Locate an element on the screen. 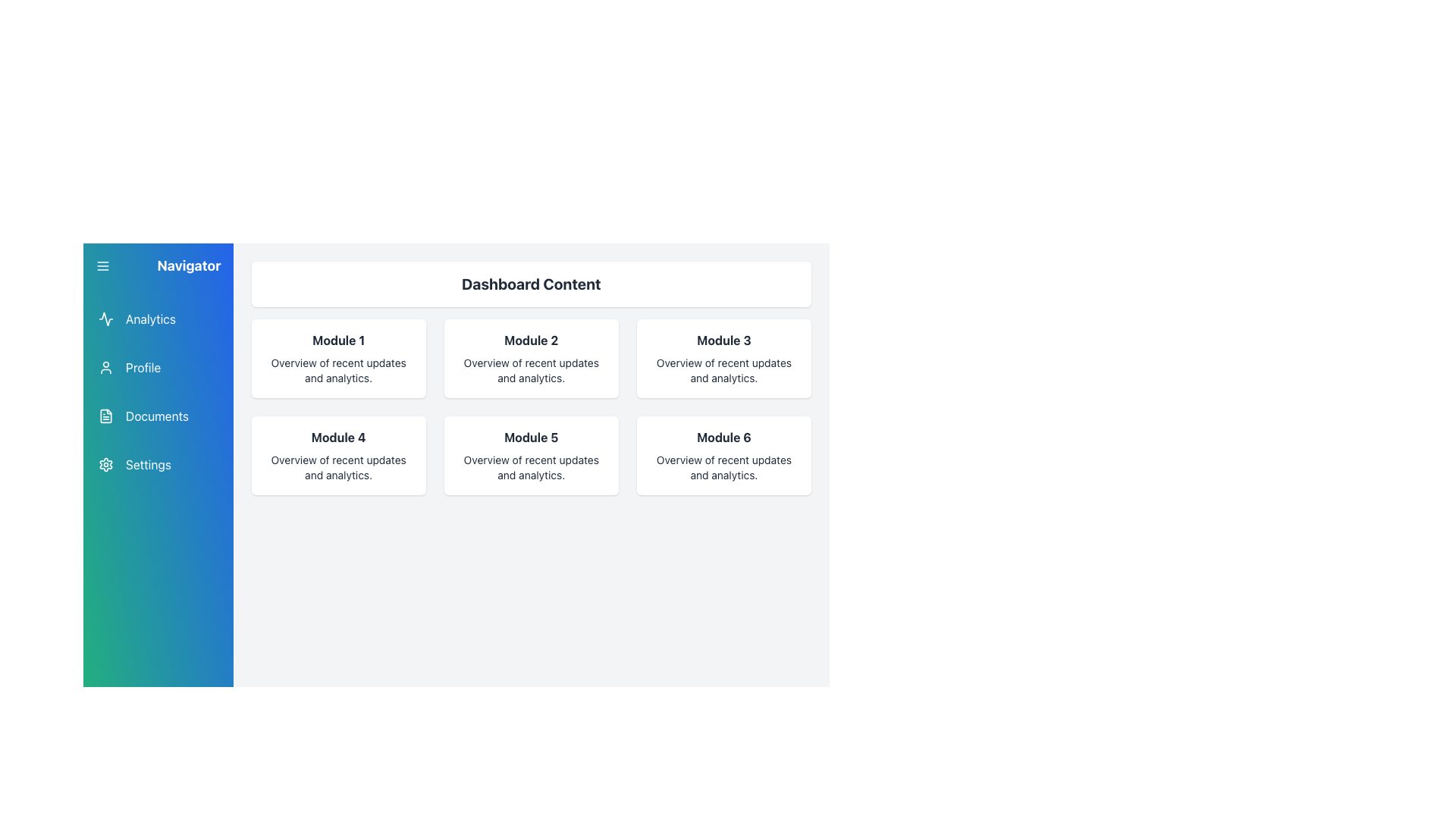 The width and height of the screenshot is (1456, 819). the static informational text located under 'Module 1' within a white, rounded rectangle card in the top-left corner of the grid layout is located at coordinates (337, 371).